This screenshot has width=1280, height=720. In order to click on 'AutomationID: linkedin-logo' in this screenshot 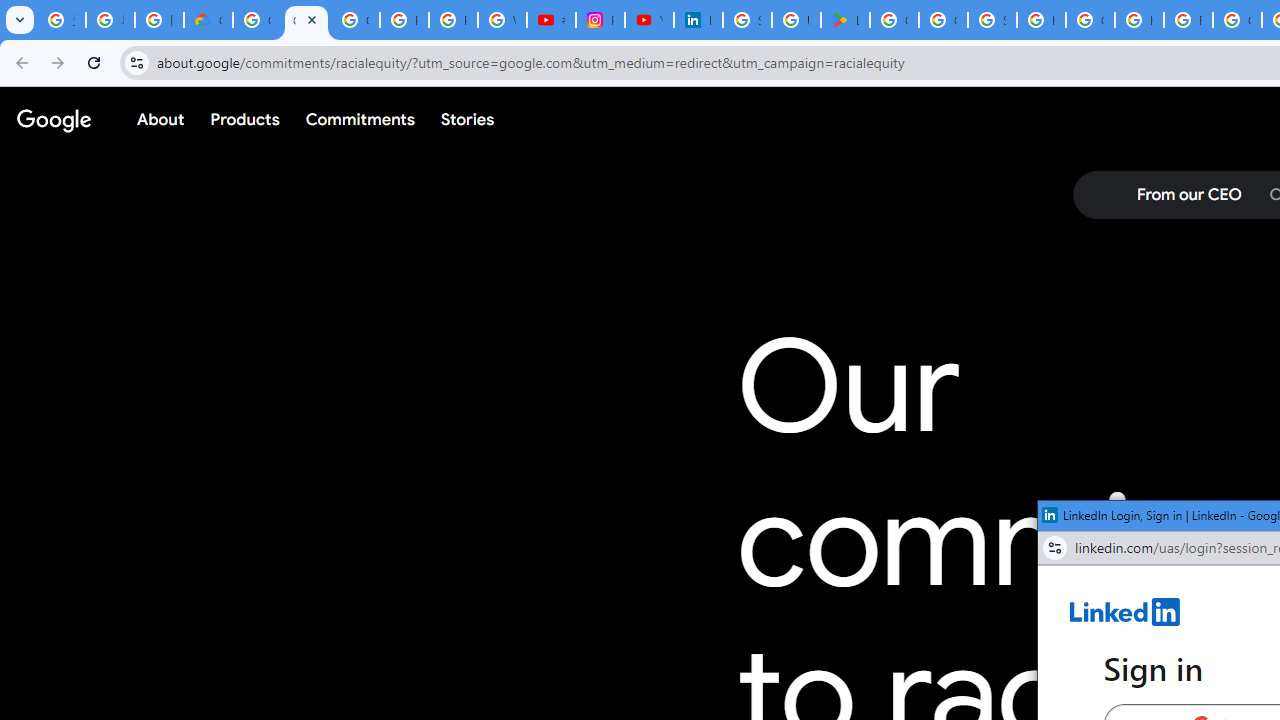, I will do `click(1125, 611)`.